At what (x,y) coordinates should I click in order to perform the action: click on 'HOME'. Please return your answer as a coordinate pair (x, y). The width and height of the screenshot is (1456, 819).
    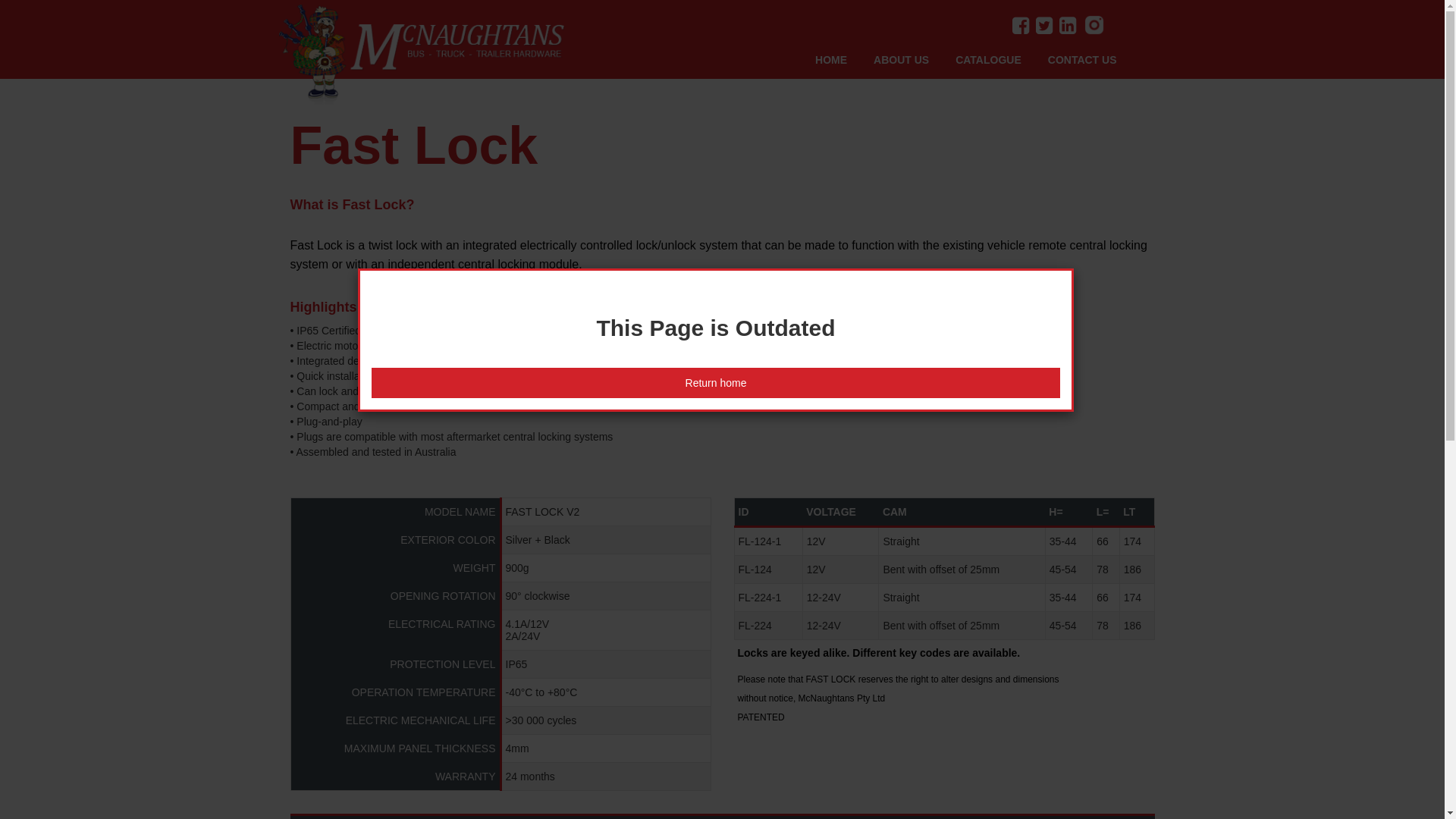
    Looking at the image, I should click on (843, 58).